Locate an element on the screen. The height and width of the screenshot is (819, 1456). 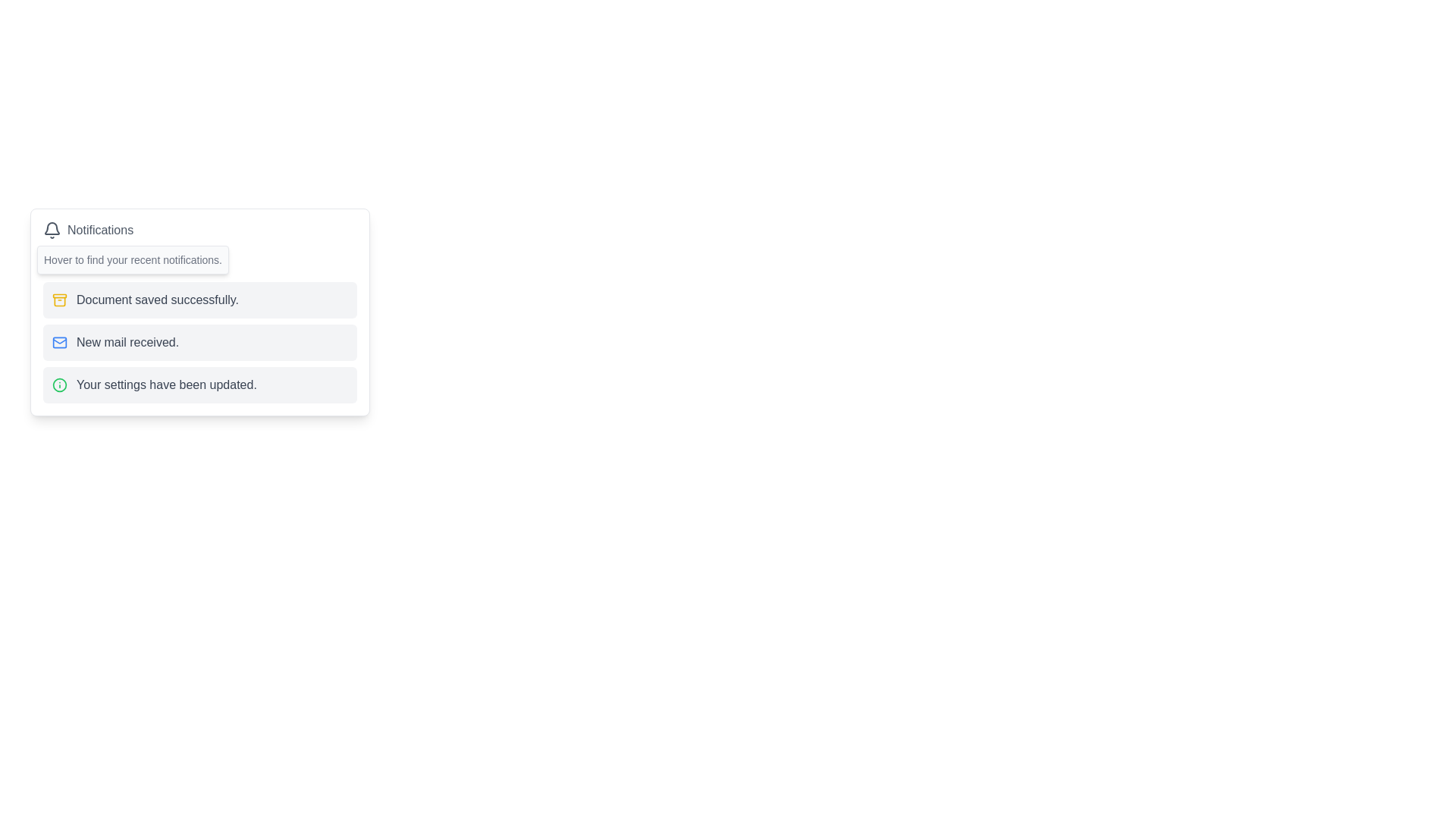
the envelope icon indicating a new mail notification located on the left side of the 'New mail received' notification item is located at coordinates (59, 342).